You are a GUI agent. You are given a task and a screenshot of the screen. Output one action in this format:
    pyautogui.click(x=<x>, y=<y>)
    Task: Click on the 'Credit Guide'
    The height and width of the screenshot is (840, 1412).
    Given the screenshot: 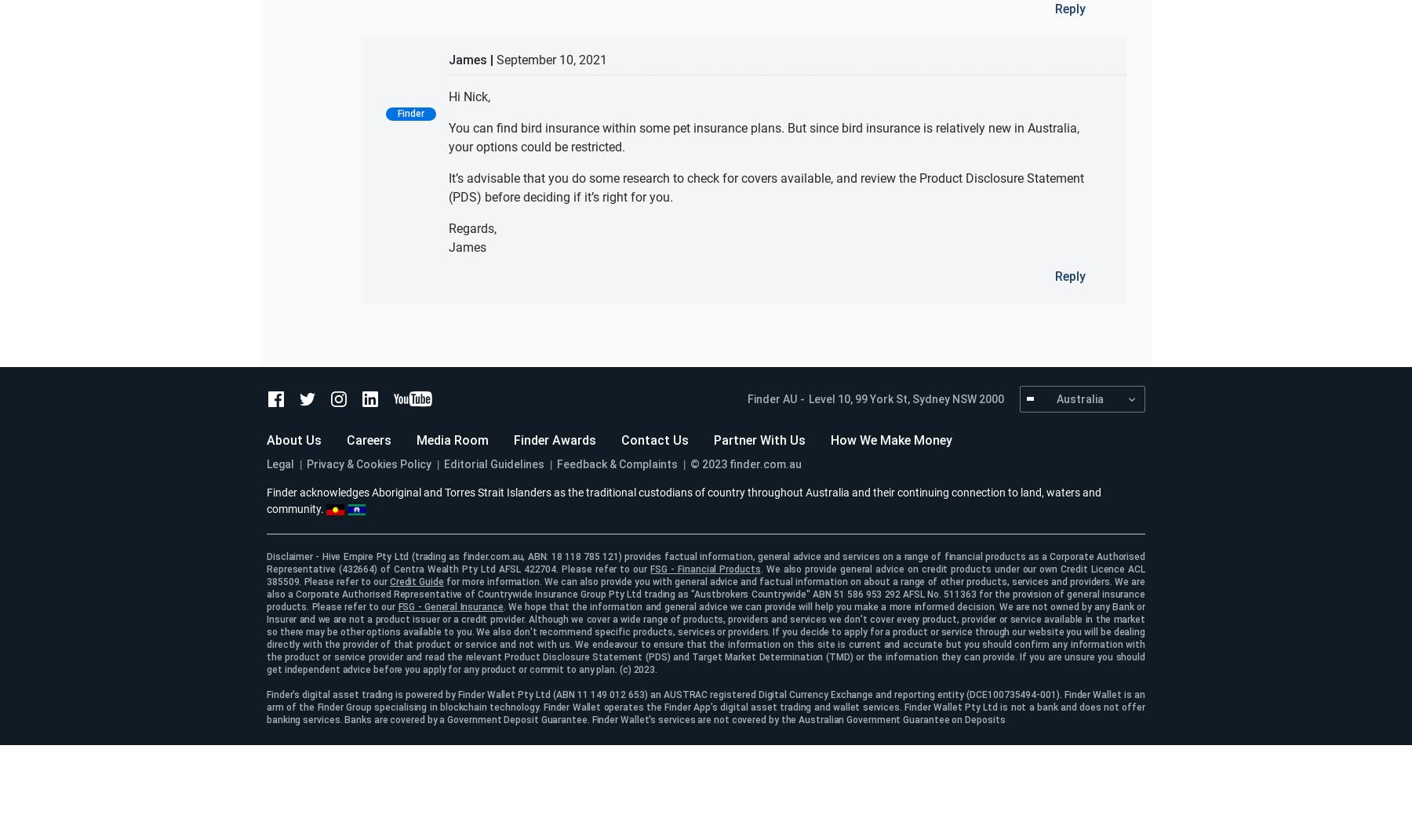 What is the action you would take?
    pyautogui.click(x=388, y=581)
    